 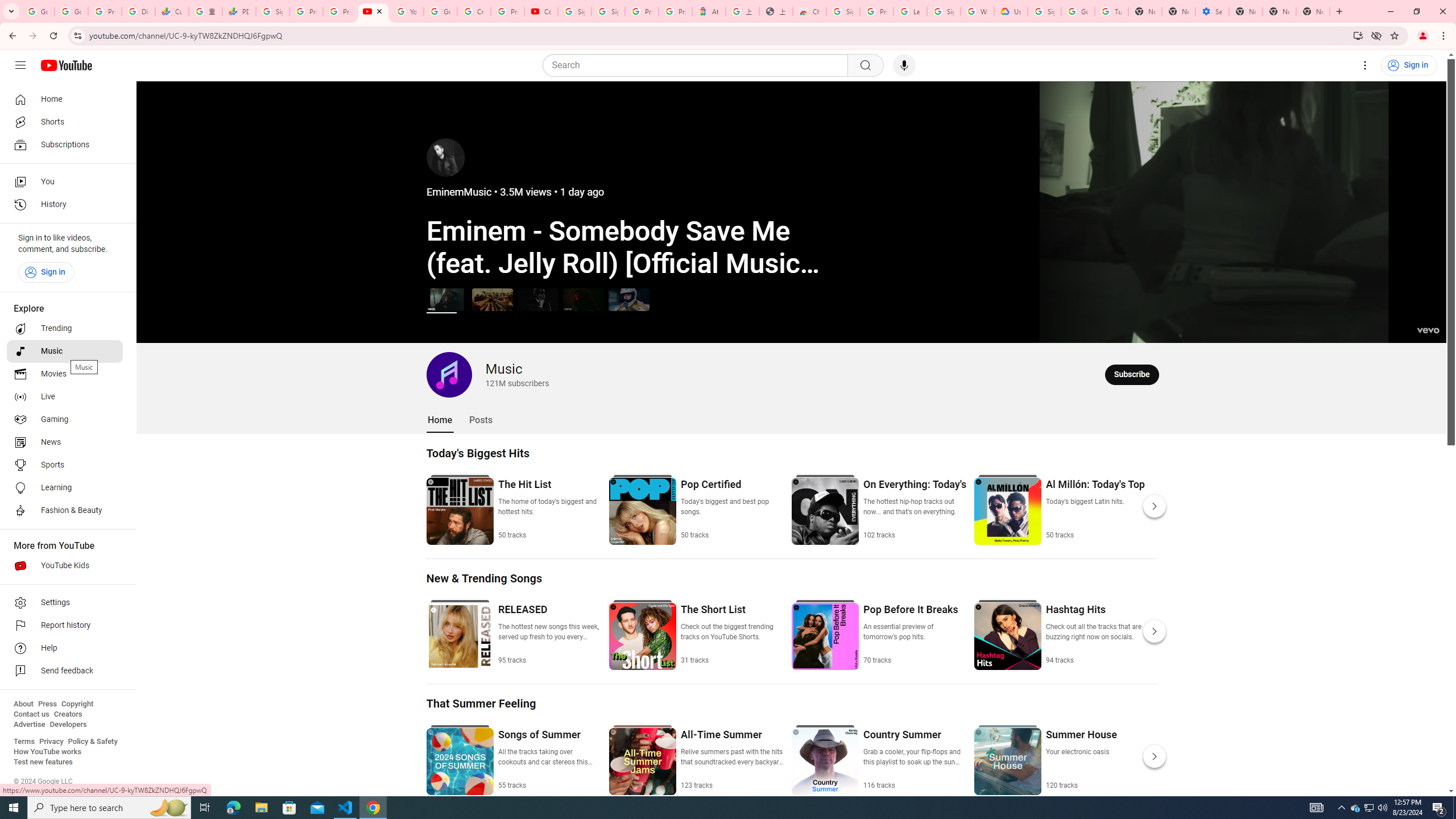 What do you see at coordinates (31, 714) in the screenshot?
I see `'Contact us'` at bounding box center [31, 714].